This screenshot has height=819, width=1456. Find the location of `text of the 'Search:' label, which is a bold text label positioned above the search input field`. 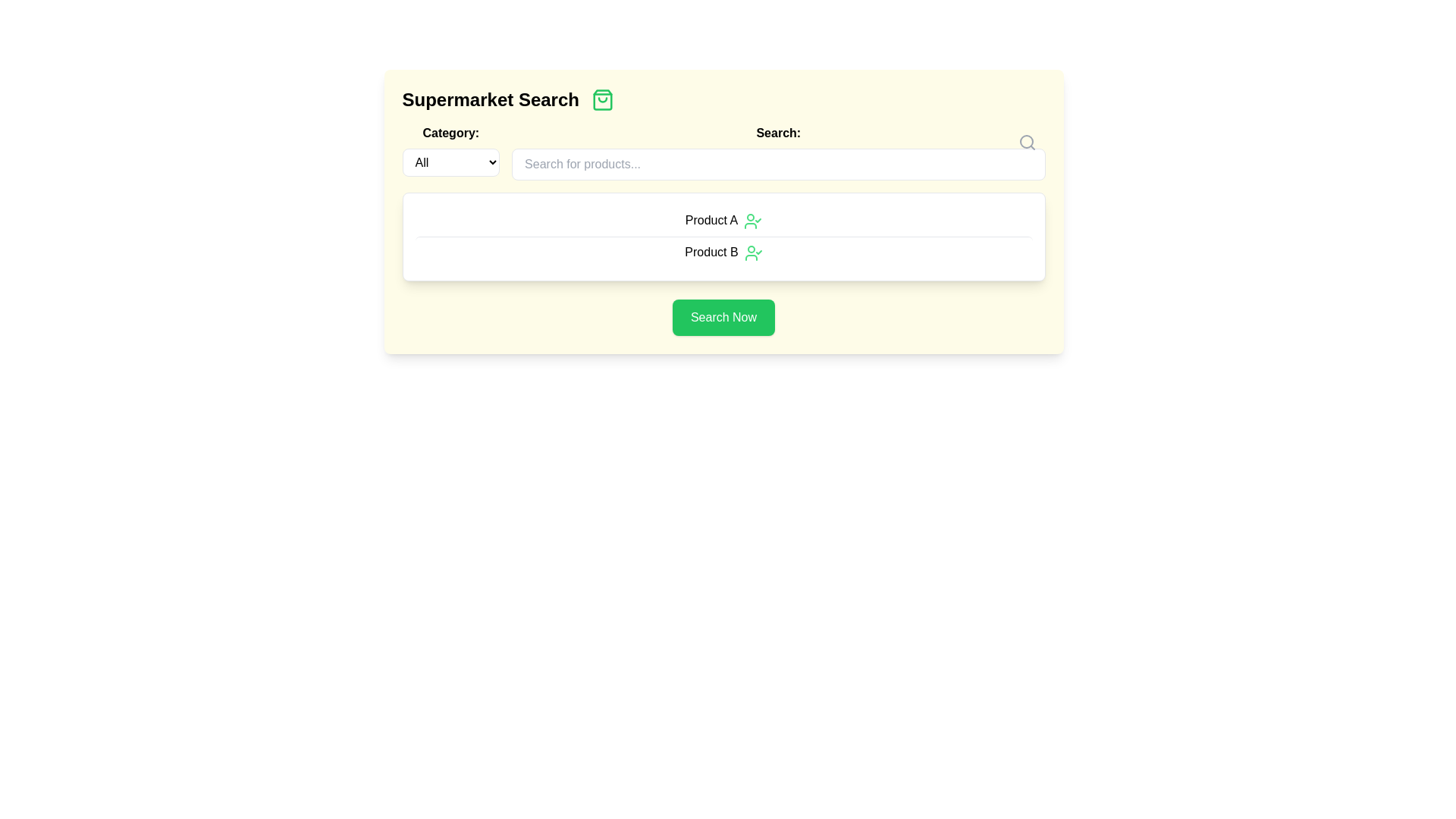

text of the 'Search:' label, which is a bold text label positioned above the search input field is located at coordinates (778, 133).